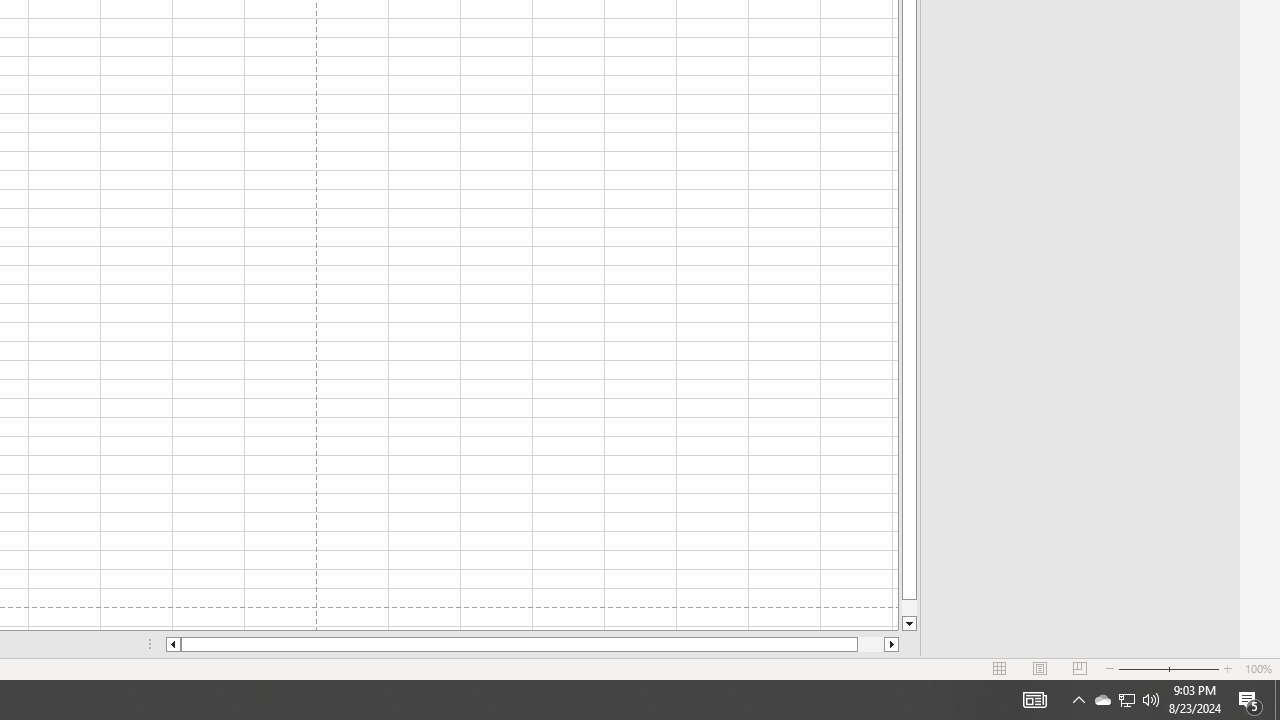 The image size is (1280, 720). I want to click on 'Page down', so click(908, 607).